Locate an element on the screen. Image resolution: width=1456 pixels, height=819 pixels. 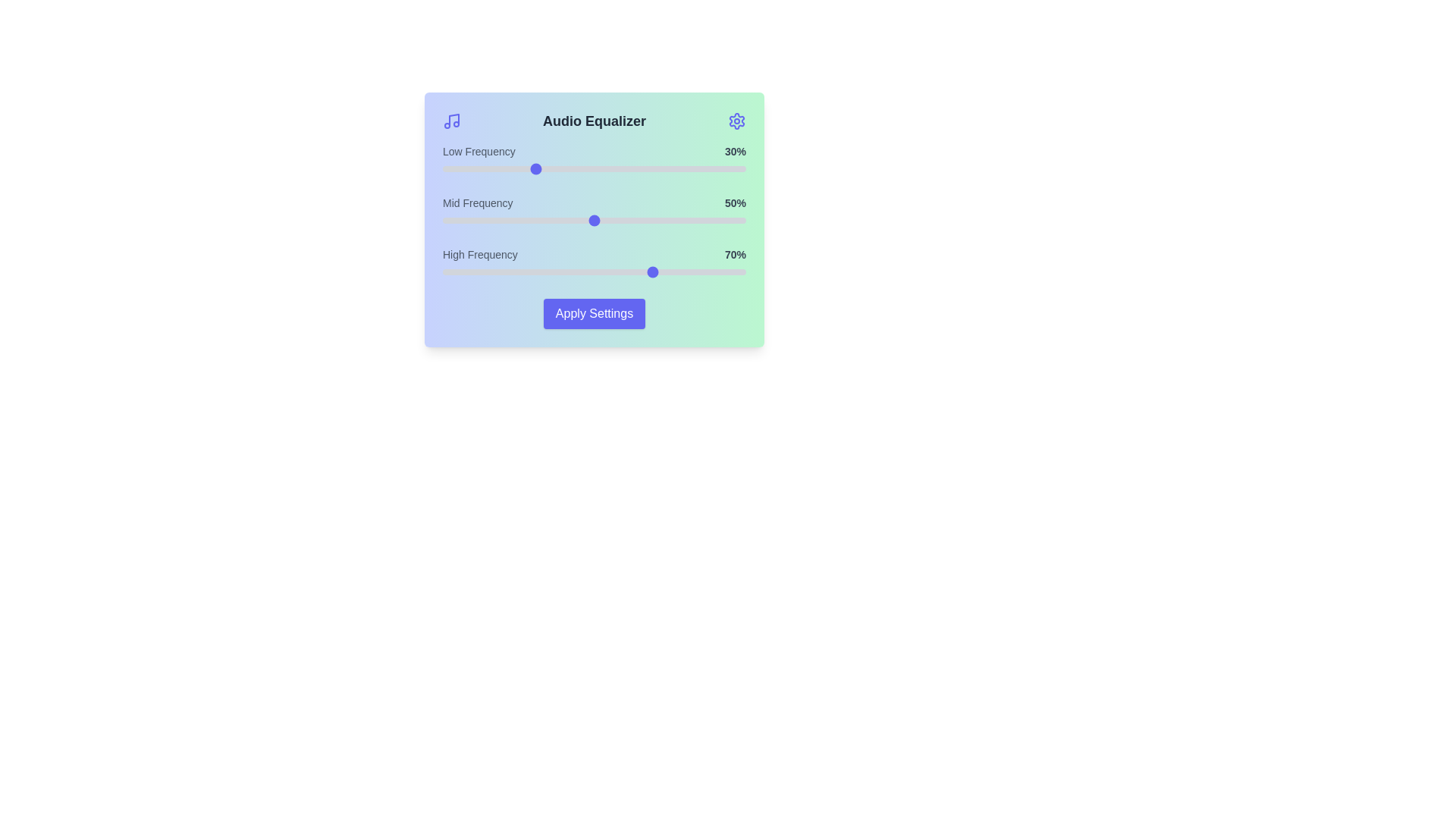
the Low Frequency slider to 29% is located at coordinates (531, 169).